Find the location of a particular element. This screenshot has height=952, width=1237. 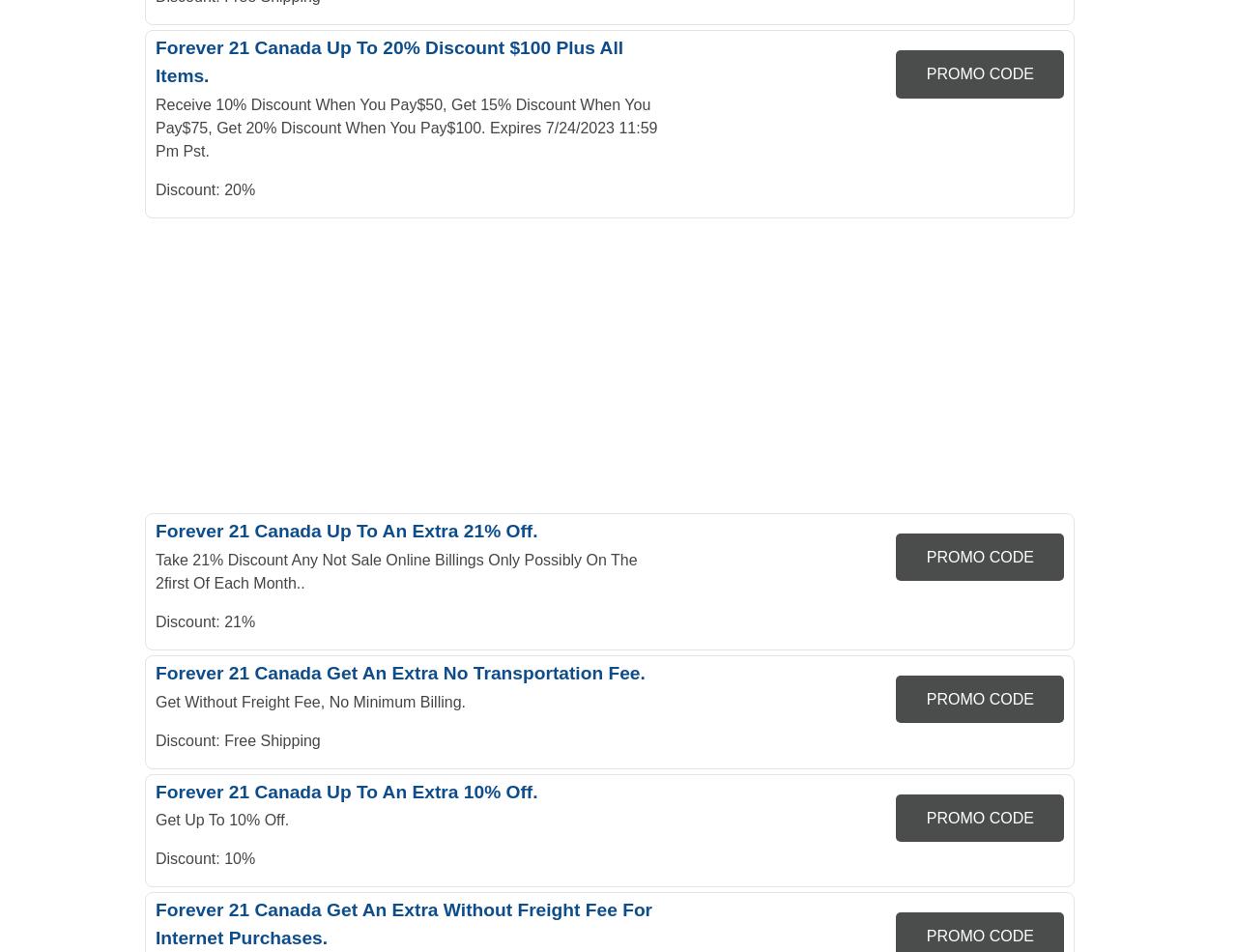

'Forever 21 Canada Up To 20% Discount $100 Plus All Items.' is located at coordinates (388, 61).